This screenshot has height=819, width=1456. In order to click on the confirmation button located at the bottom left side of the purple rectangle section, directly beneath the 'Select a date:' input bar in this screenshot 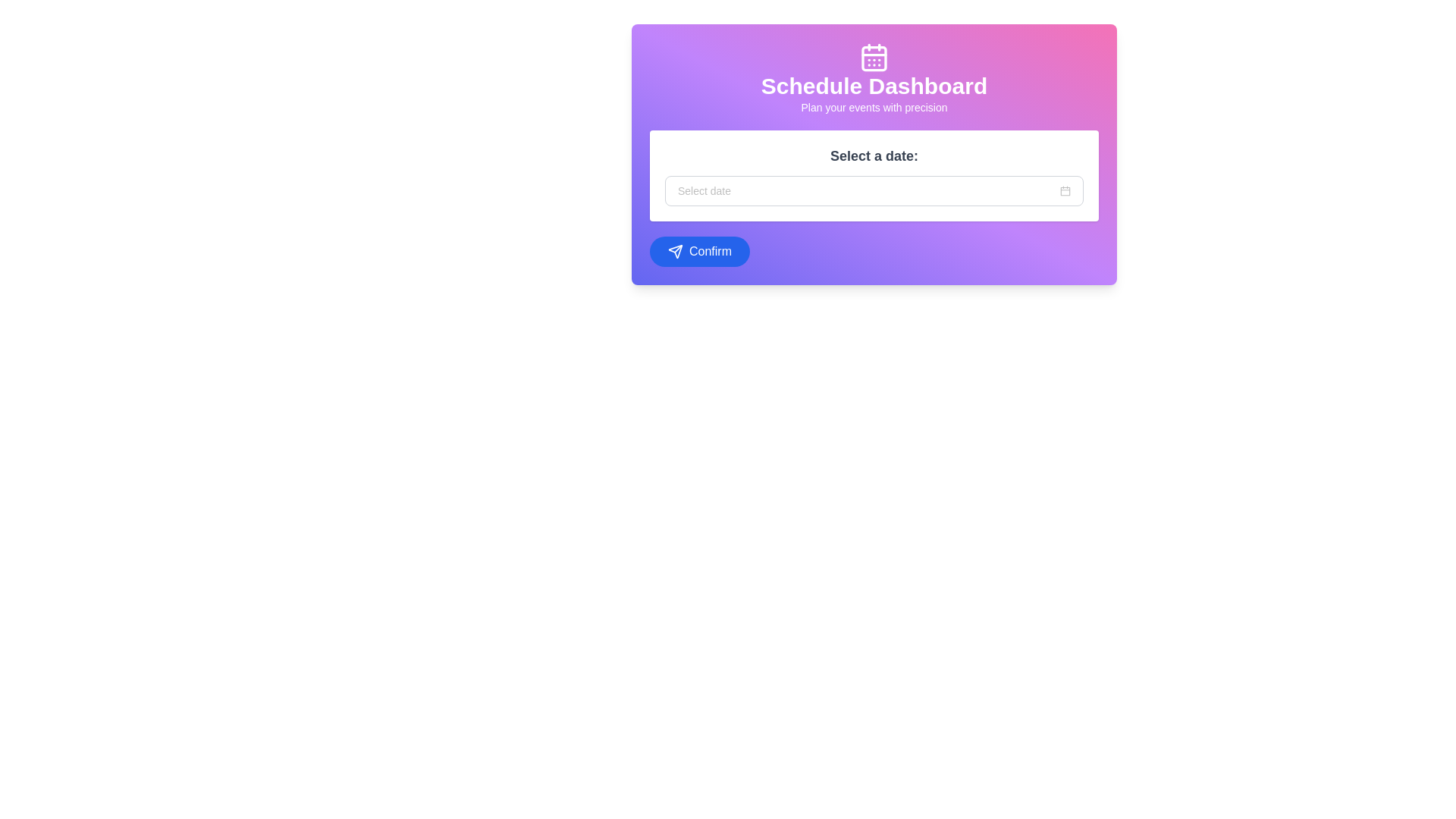, I will do `click(698, 250)`.